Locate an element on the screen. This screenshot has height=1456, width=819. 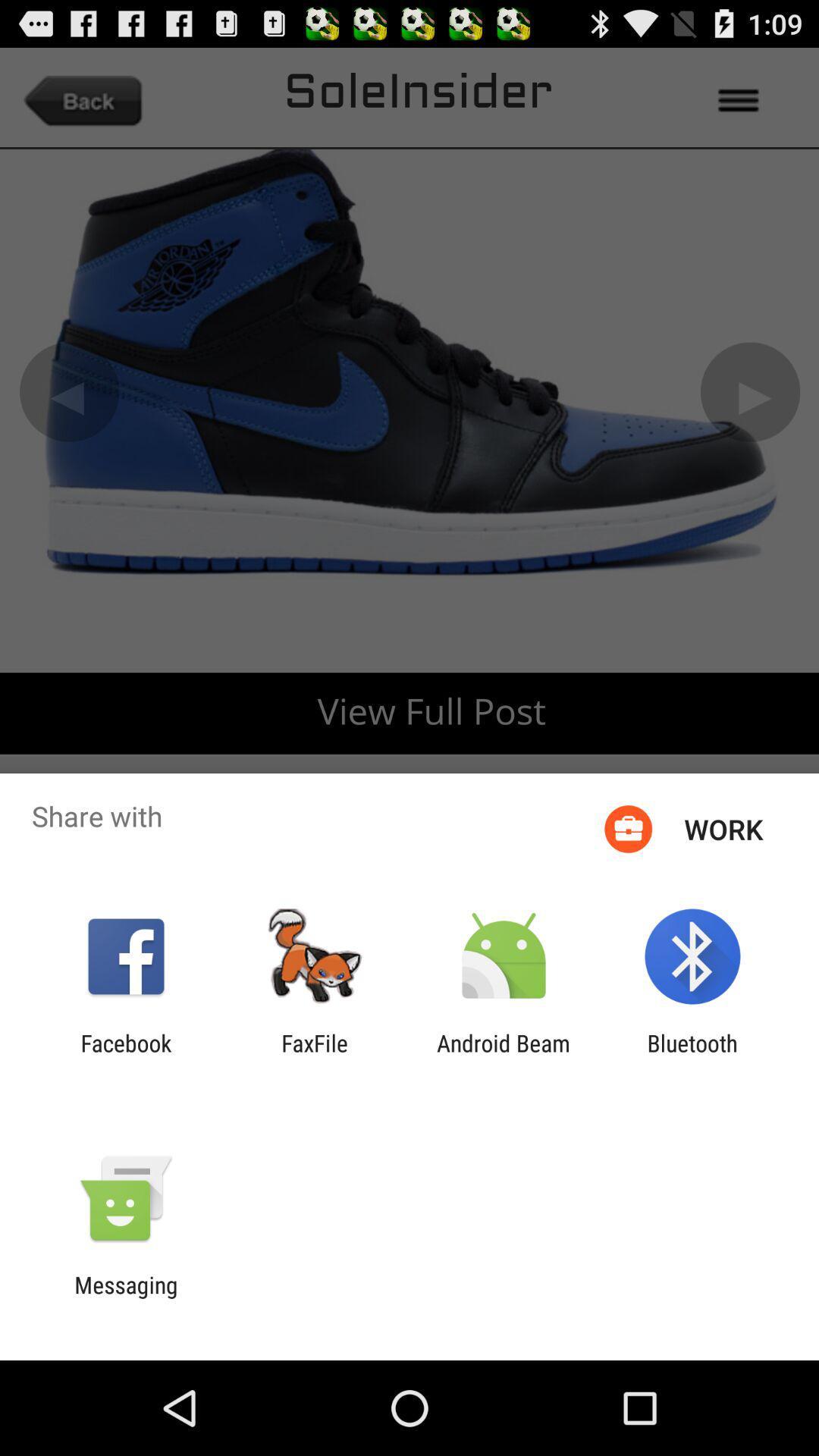
the messaging app is located at coordinates (125, 1298).